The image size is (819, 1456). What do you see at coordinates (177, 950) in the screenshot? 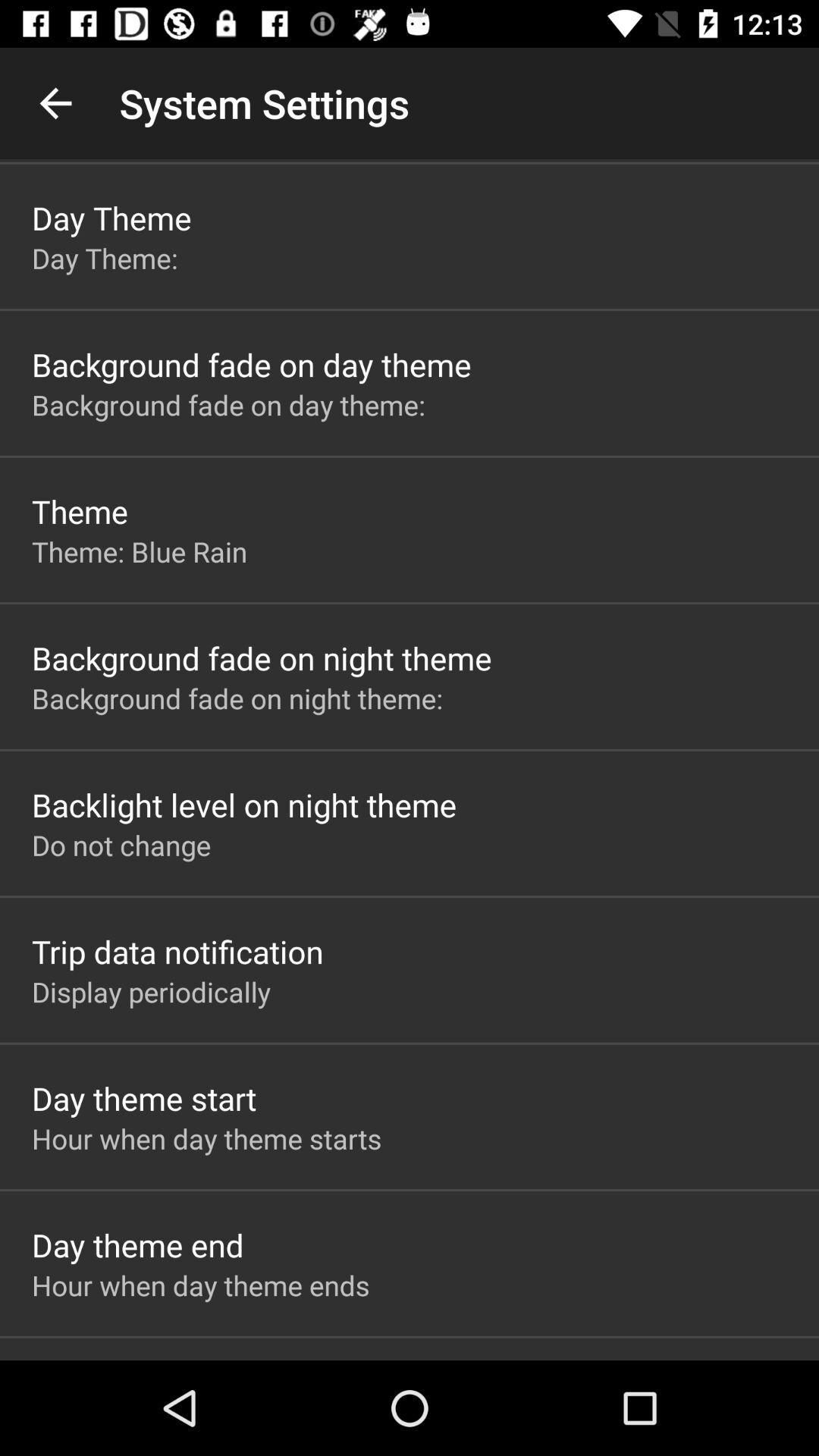
I see `trip data notification item` at bounding box center [177, 950].